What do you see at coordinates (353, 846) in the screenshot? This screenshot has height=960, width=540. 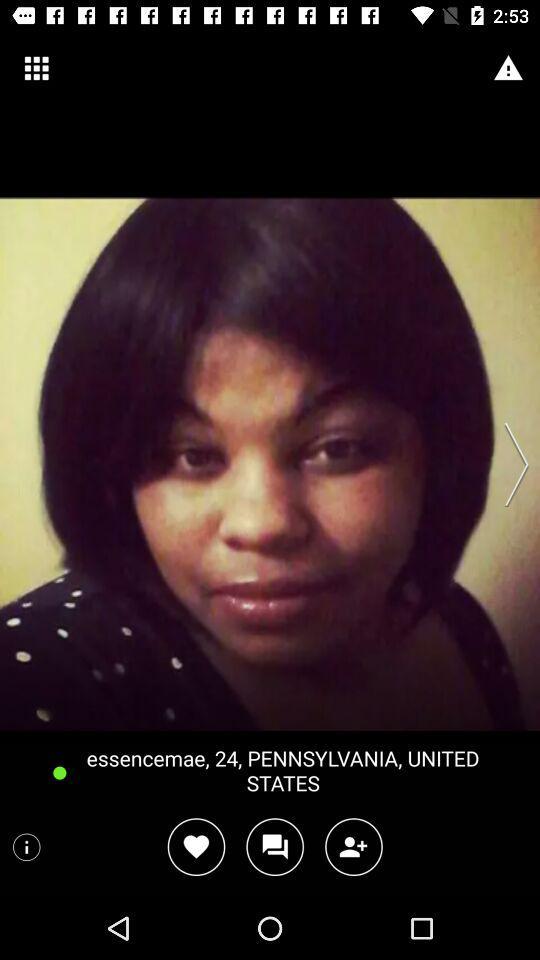 I see `another person` at bounding box center [353, 846].